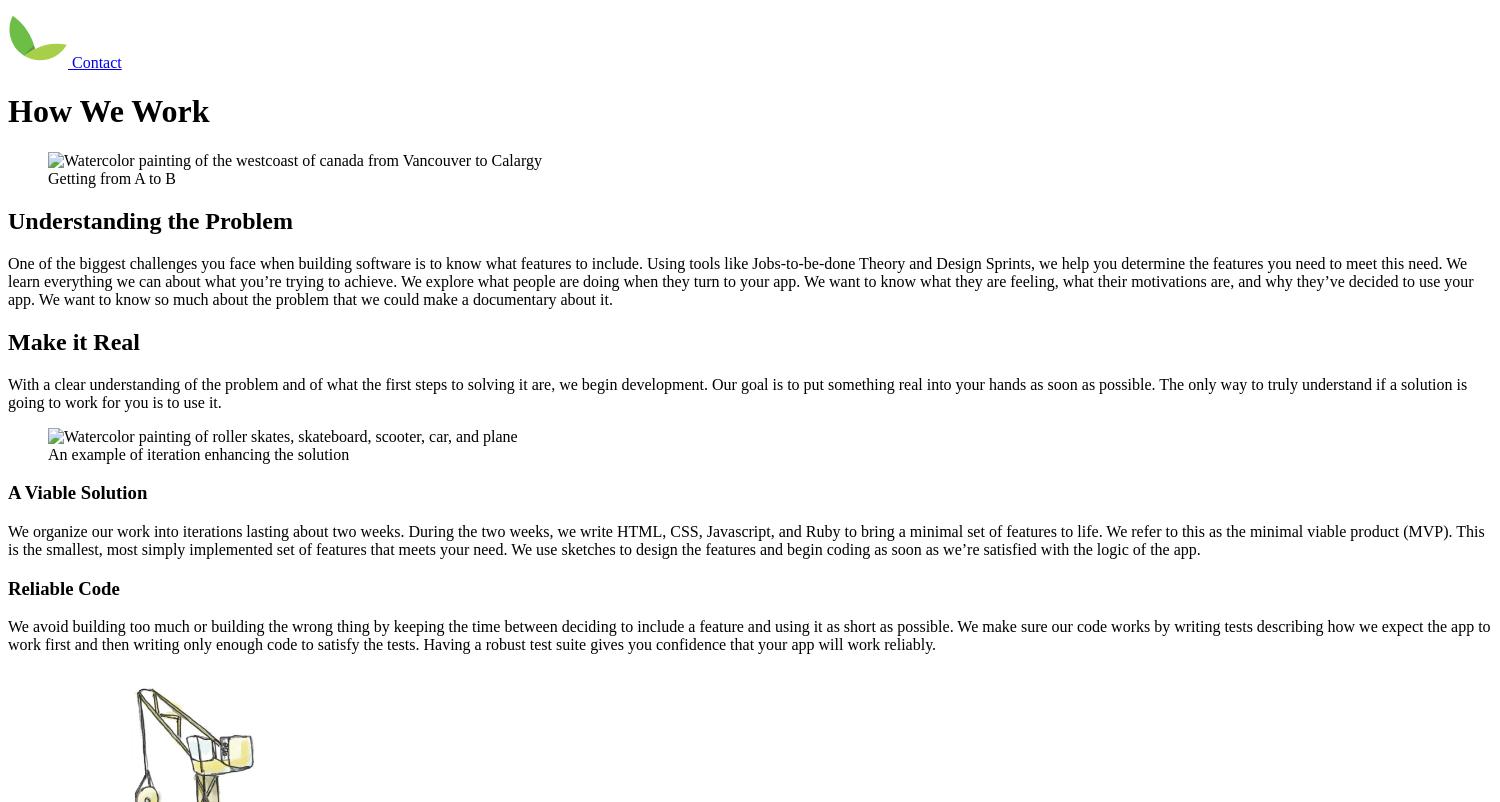 The image size is (1500, 802). What do you see at coordinates (72, 341) in the screenshot?
I see `'Make it Real'` at bounding box center [72, 341].